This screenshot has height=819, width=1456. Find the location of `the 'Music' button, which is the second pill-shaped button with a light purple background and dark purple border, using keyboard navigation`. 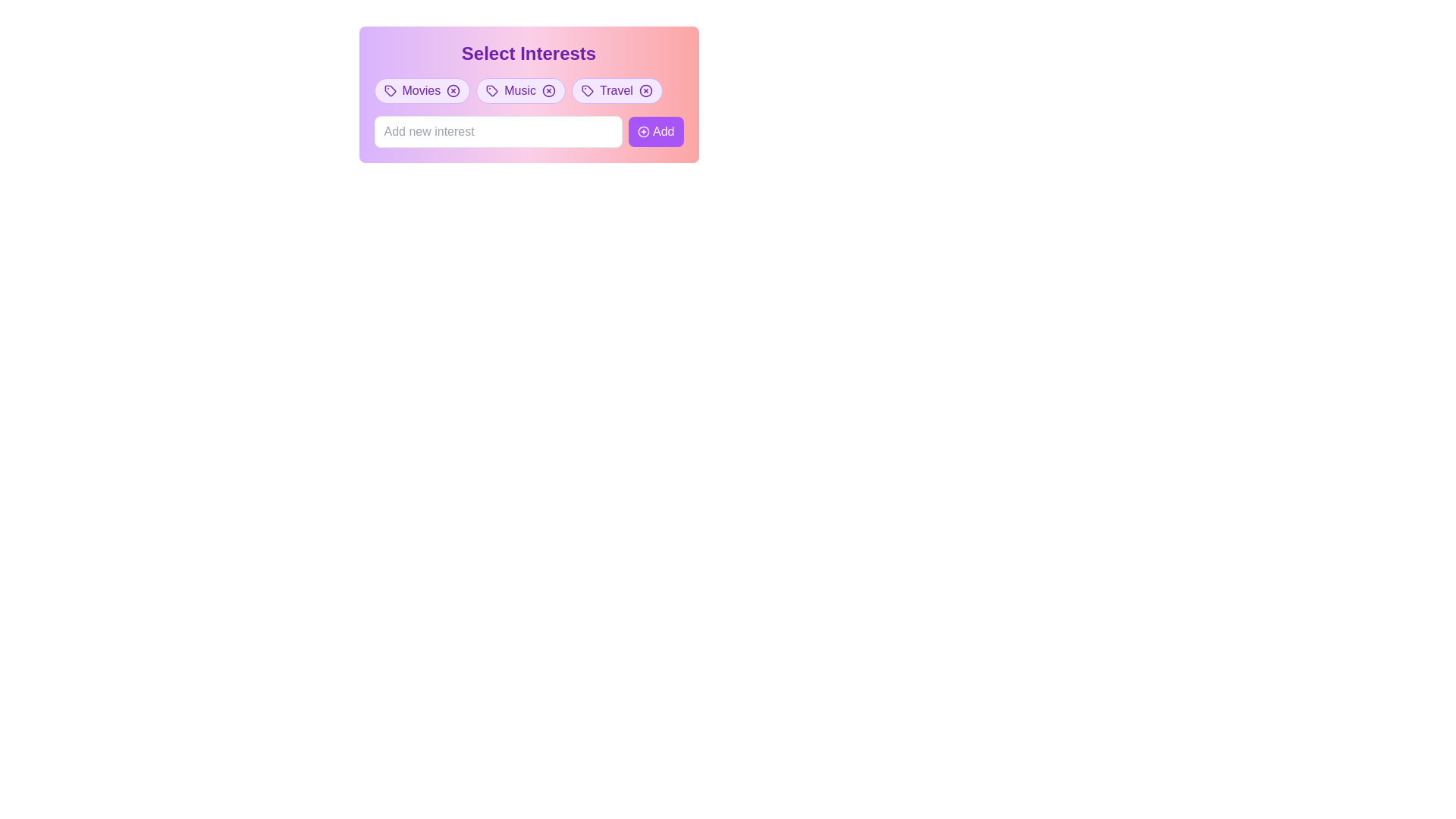

the 'Music' button, which is the second pill-shaped button with a light purple background and dark purple border, using keyboard navigation is located at coordinates (521, 90).